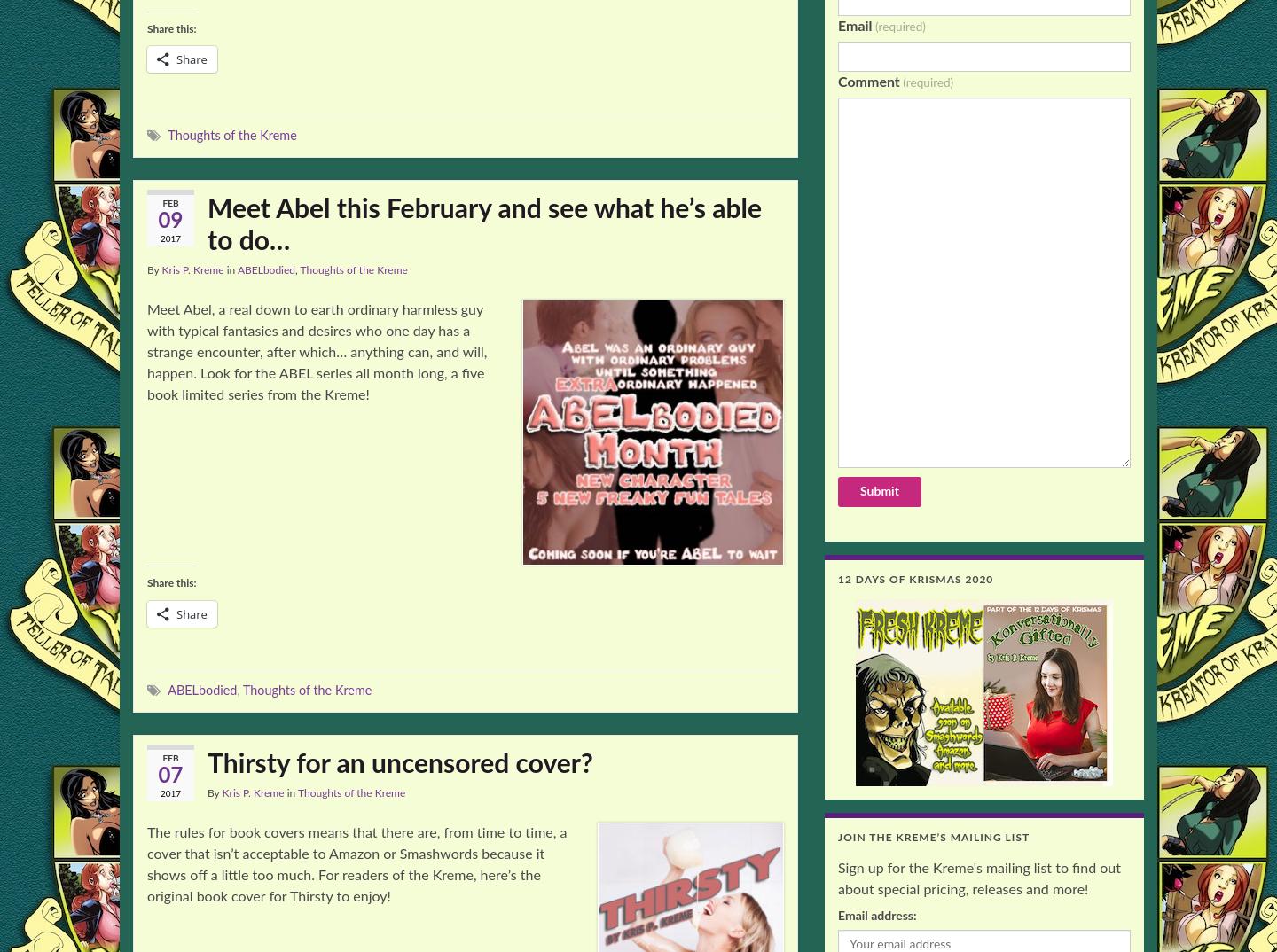 The image size is (1277, 952). Describe the element at coordinates (978, 878) in the screenshot. I see `'Sign up for the Kreme's mailing list to find out about special pricing, releases and more!'` at that location.